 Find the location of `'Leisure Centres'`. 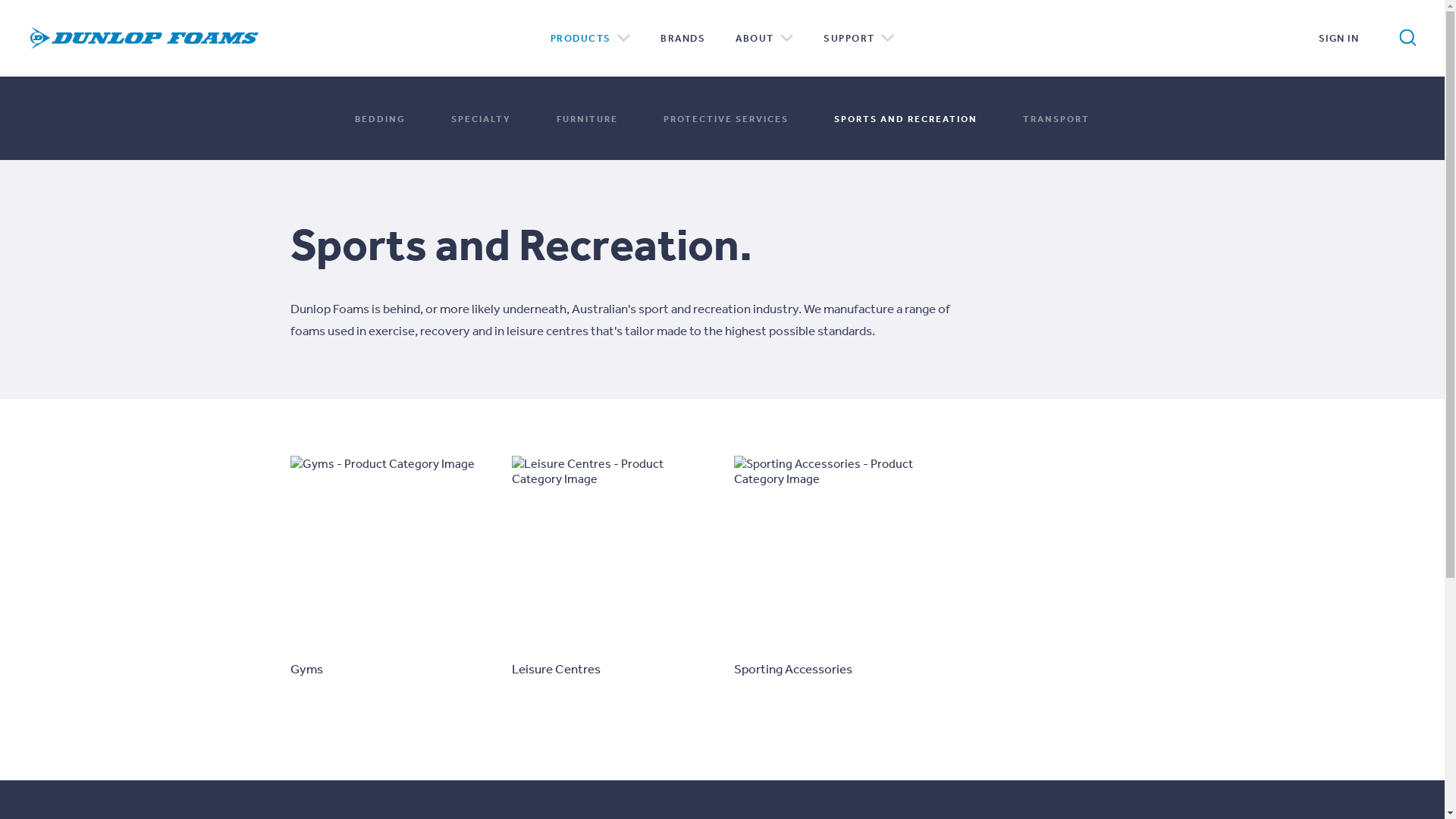

'Leisure Centres' is located at coordinates (611, 567).